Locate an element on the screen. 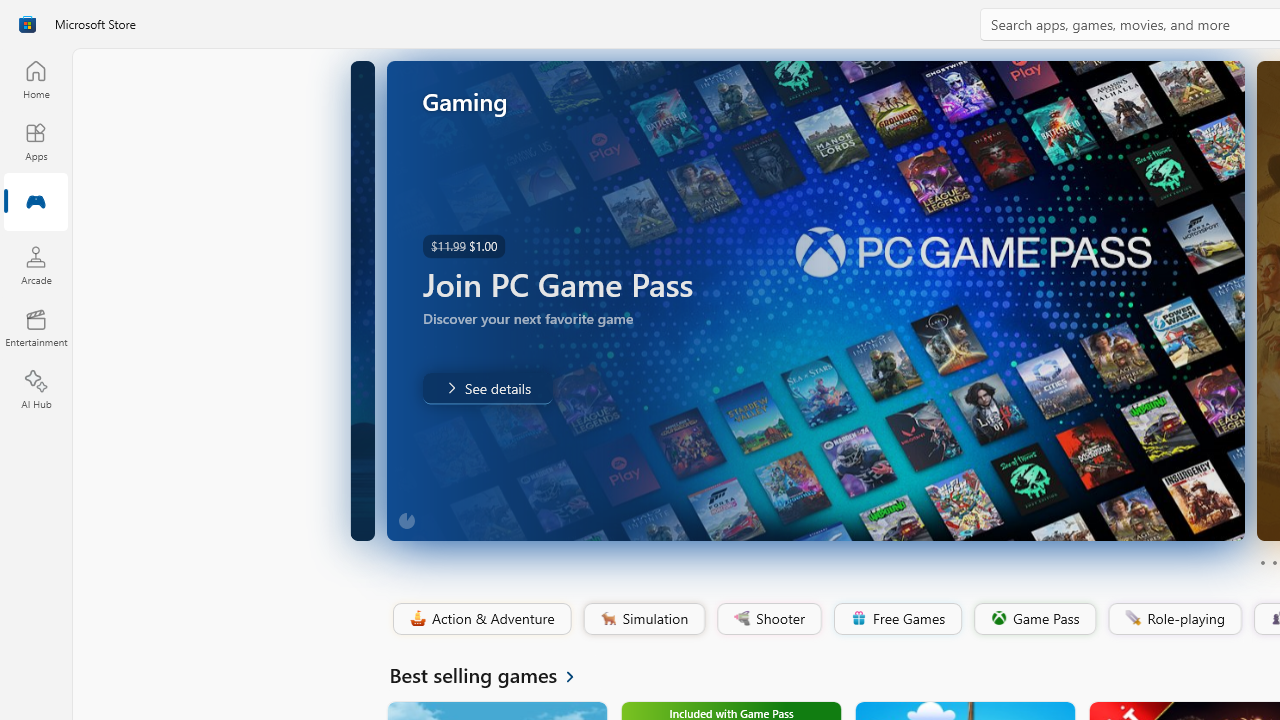  'Arcade' is located at coordinates (35, 264).